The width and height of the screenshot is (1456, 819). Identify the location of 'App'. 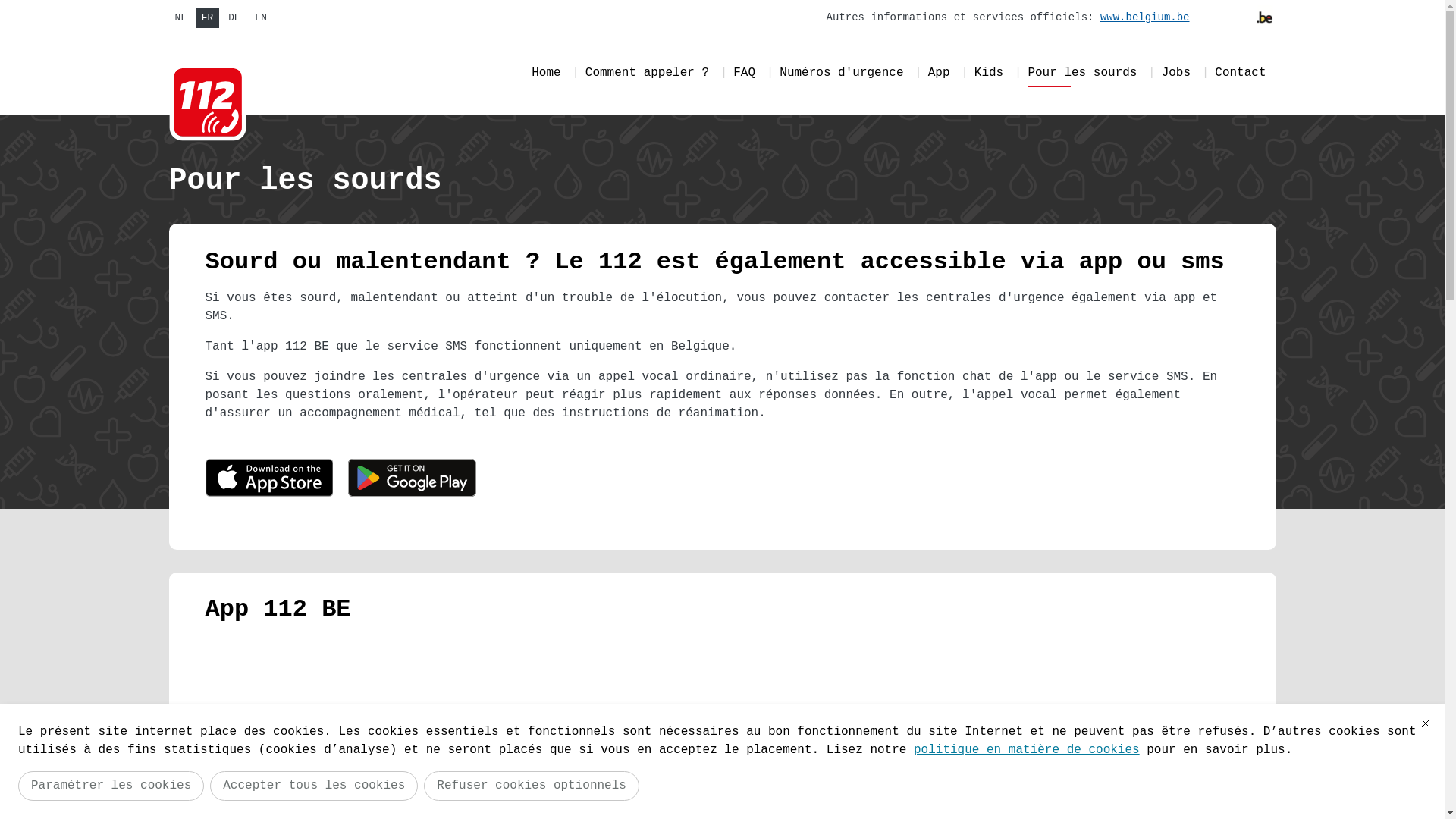
(938, 75).